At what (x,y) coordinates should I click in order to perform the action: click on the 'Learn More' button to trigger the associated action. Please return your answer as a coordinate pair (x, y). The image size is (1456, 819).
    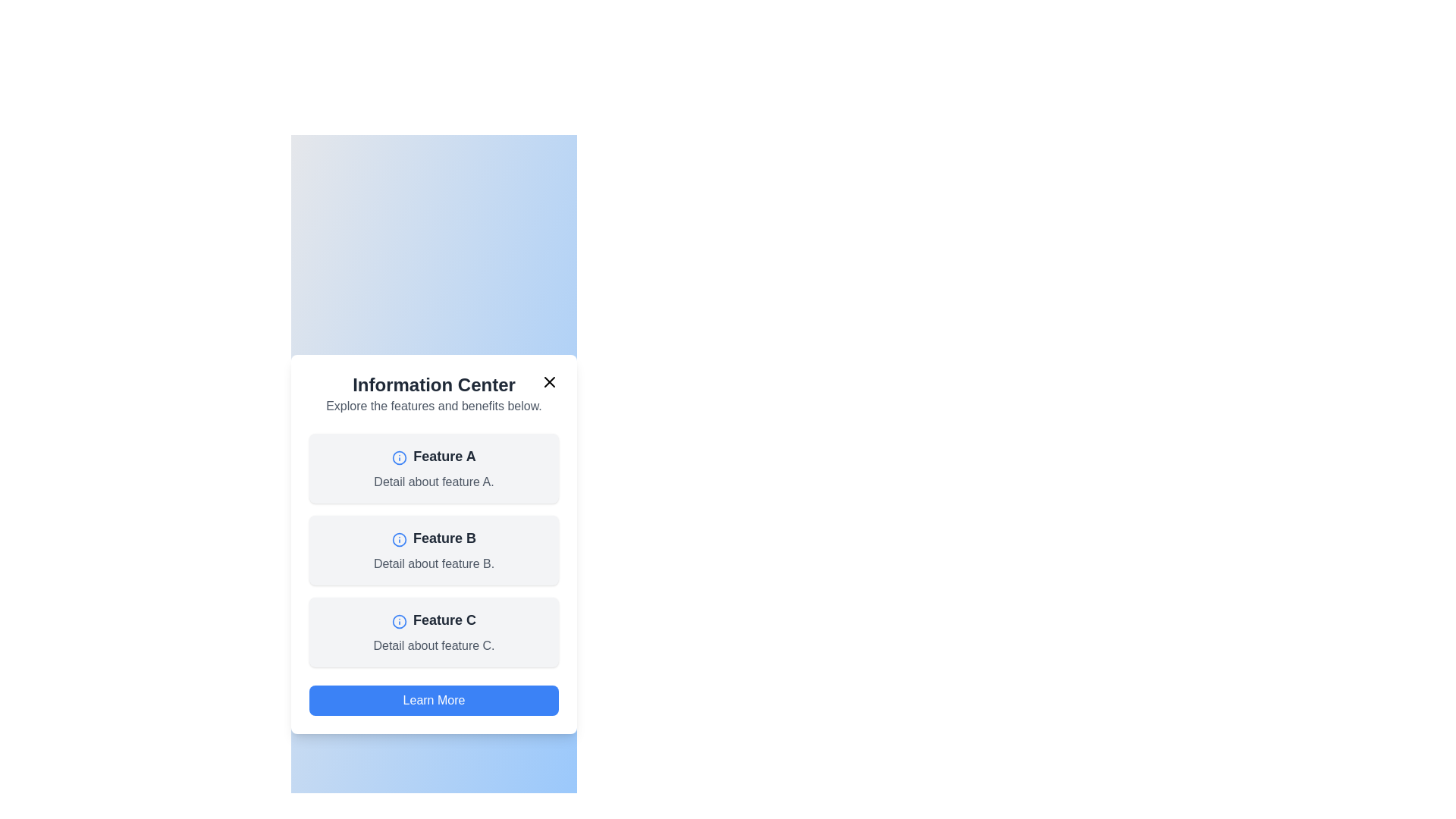
    Looking at the image, I should click on (433, 701).